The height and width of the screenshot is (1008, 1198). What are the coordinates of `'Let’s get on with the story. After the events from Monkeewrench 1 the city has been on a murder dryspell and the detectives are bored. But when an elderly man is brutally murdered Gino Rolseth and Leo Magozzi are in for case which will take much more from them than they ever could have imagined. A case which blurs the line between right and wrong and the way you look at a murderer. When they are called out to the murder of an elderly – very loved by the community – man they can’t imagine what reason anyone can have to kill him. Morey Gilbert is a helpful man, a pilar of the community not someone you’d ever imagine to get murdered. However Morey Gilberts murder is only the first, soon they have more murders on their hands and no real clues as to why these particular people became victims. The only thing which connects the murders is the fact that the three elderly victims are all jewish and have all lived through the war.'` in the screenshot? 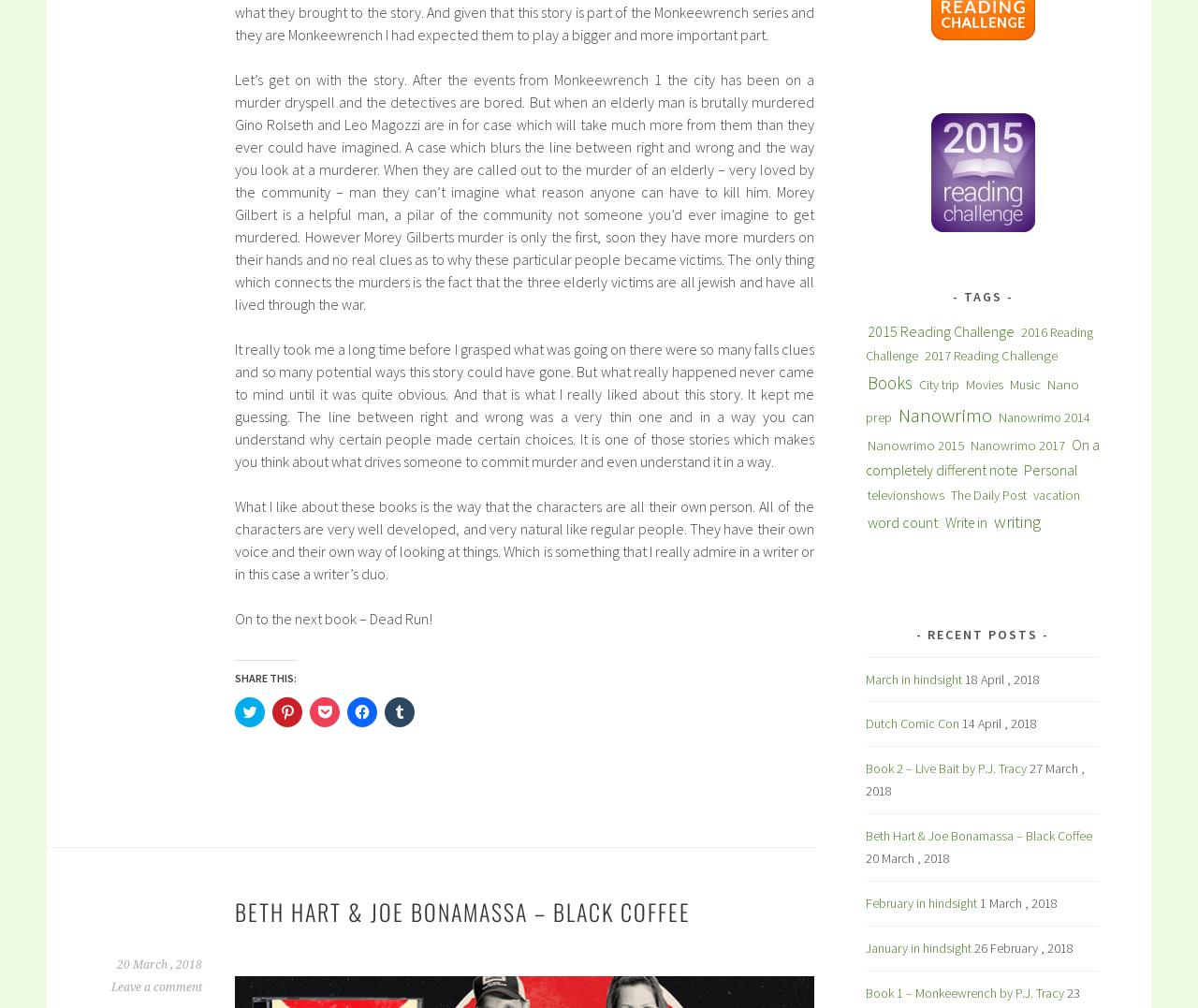 It's located at (524, 190).